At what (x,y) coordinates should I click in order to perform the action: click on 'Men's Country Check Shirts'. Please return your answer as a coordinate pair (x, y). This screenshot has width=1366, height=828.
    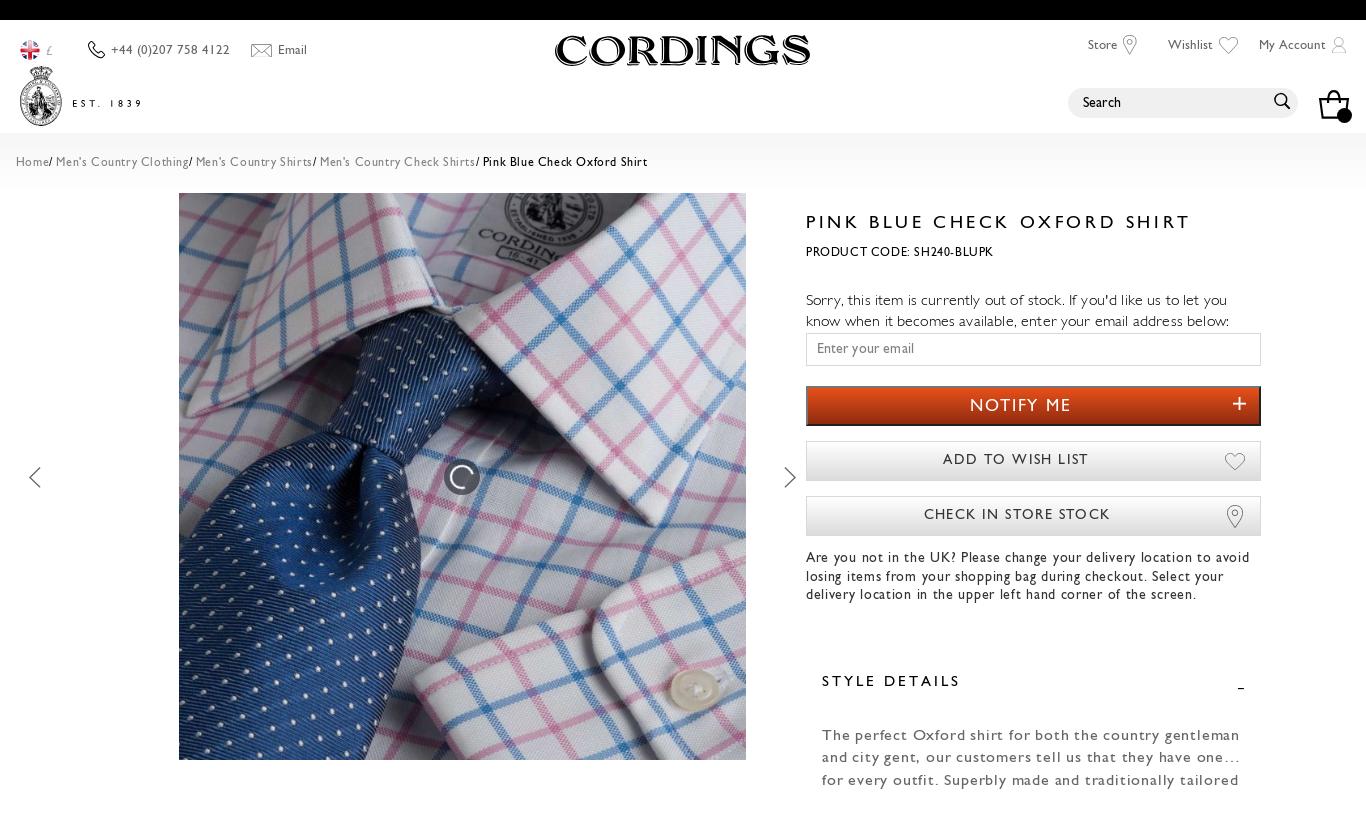
    Looking at the image, I should click on (320, 163).